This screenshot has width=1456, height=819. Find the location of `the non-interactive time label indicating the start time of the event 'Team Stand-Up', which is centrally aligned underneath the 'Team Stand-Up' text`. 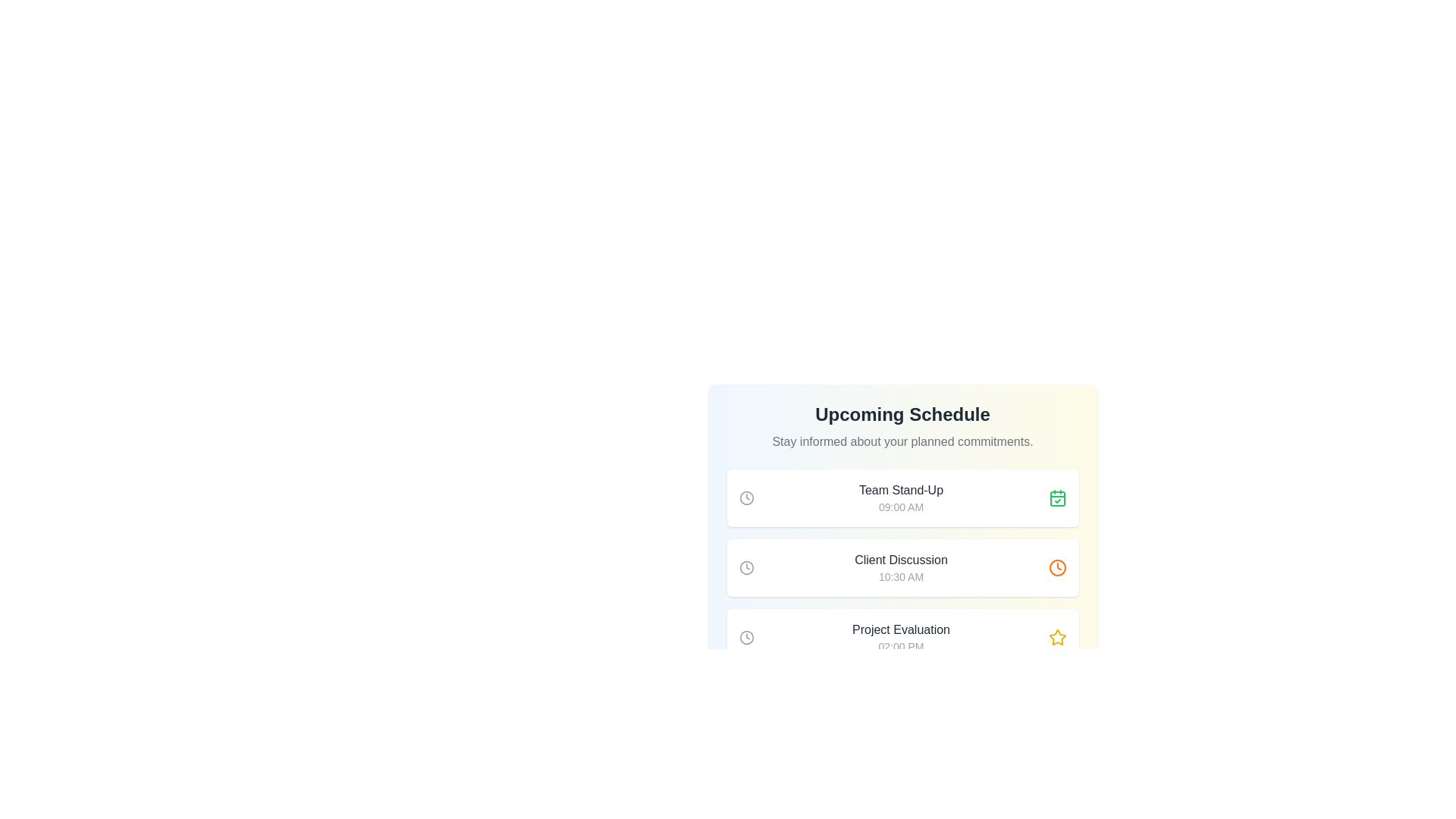

the non-interactive time label indicating the start time of the event 'Team Stand-Up', which is centrally aligned underneath the 'Team Stand-Up' text is located at coordinates (901, 507).